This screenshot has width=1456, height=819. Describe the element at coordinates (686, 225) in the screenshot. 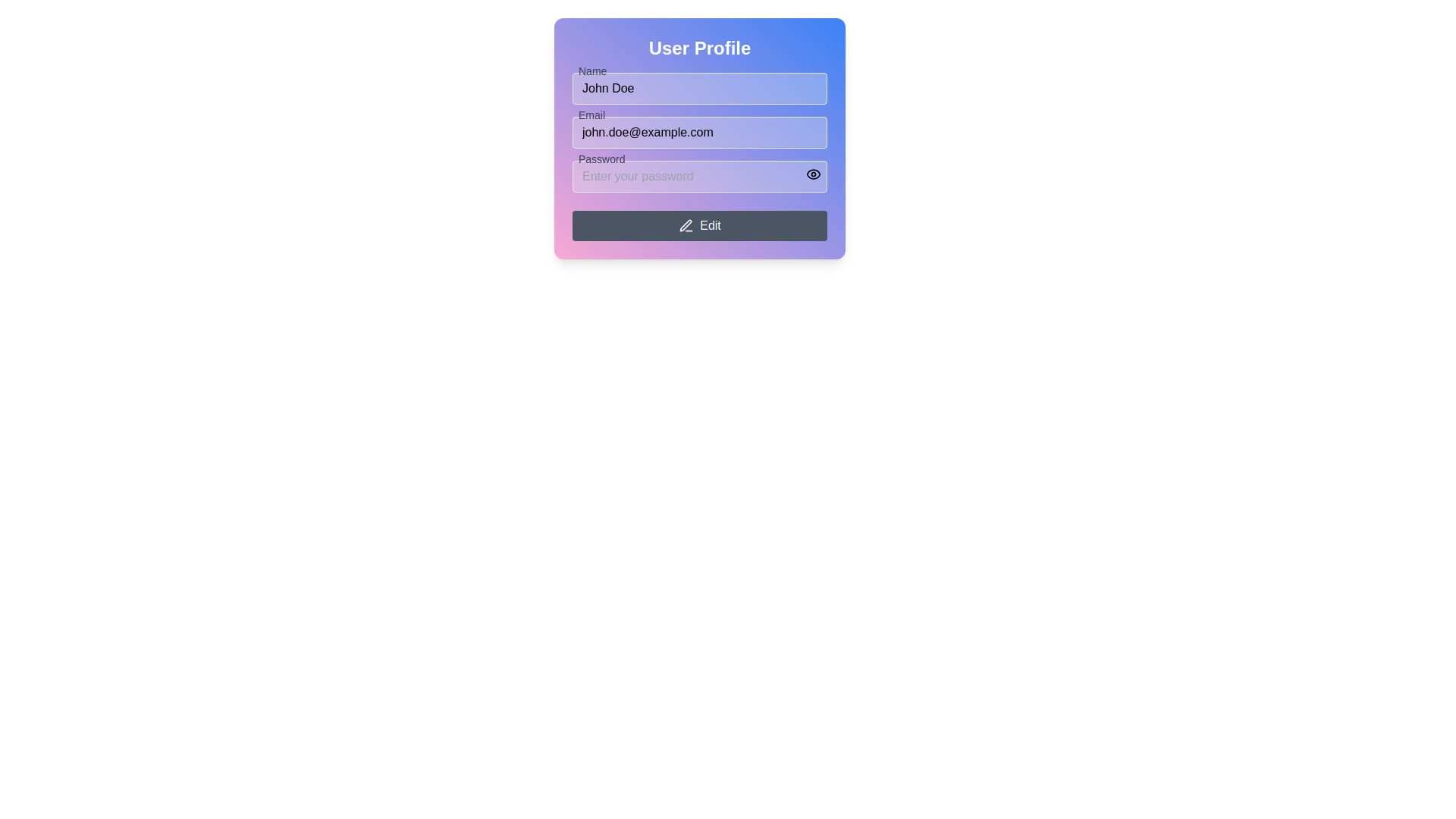

I see `the 'Edit' button which contains a small white pen icon on a dark gray background, positioned to the left of the 'Edit' text` at that location.